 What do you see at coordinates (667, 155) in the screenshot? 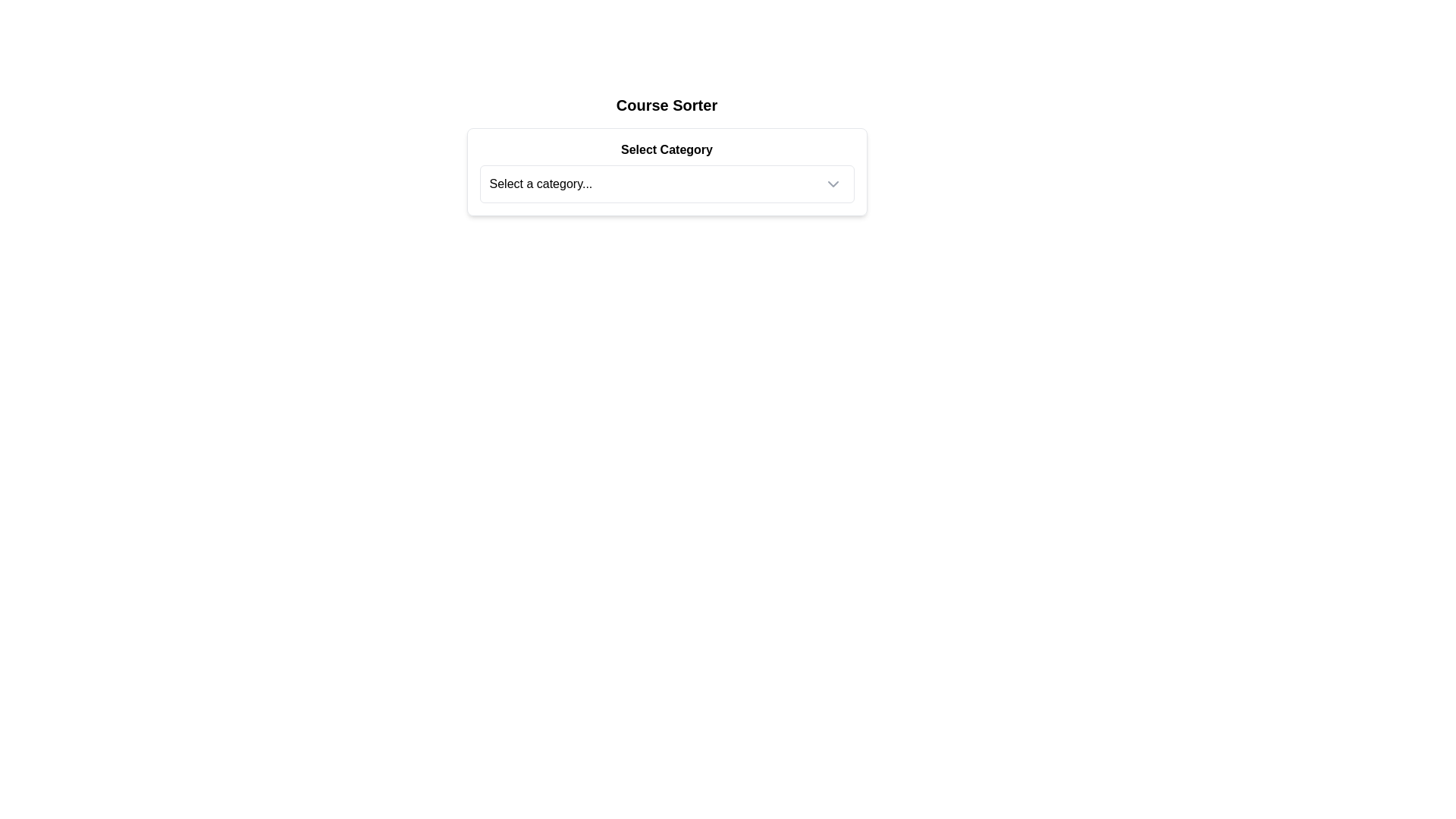
I see `the text label that serves as a title for the dropdown list, positioned above the dropdown field labeled 'Select a category...'` at bounding box center [667, 155].